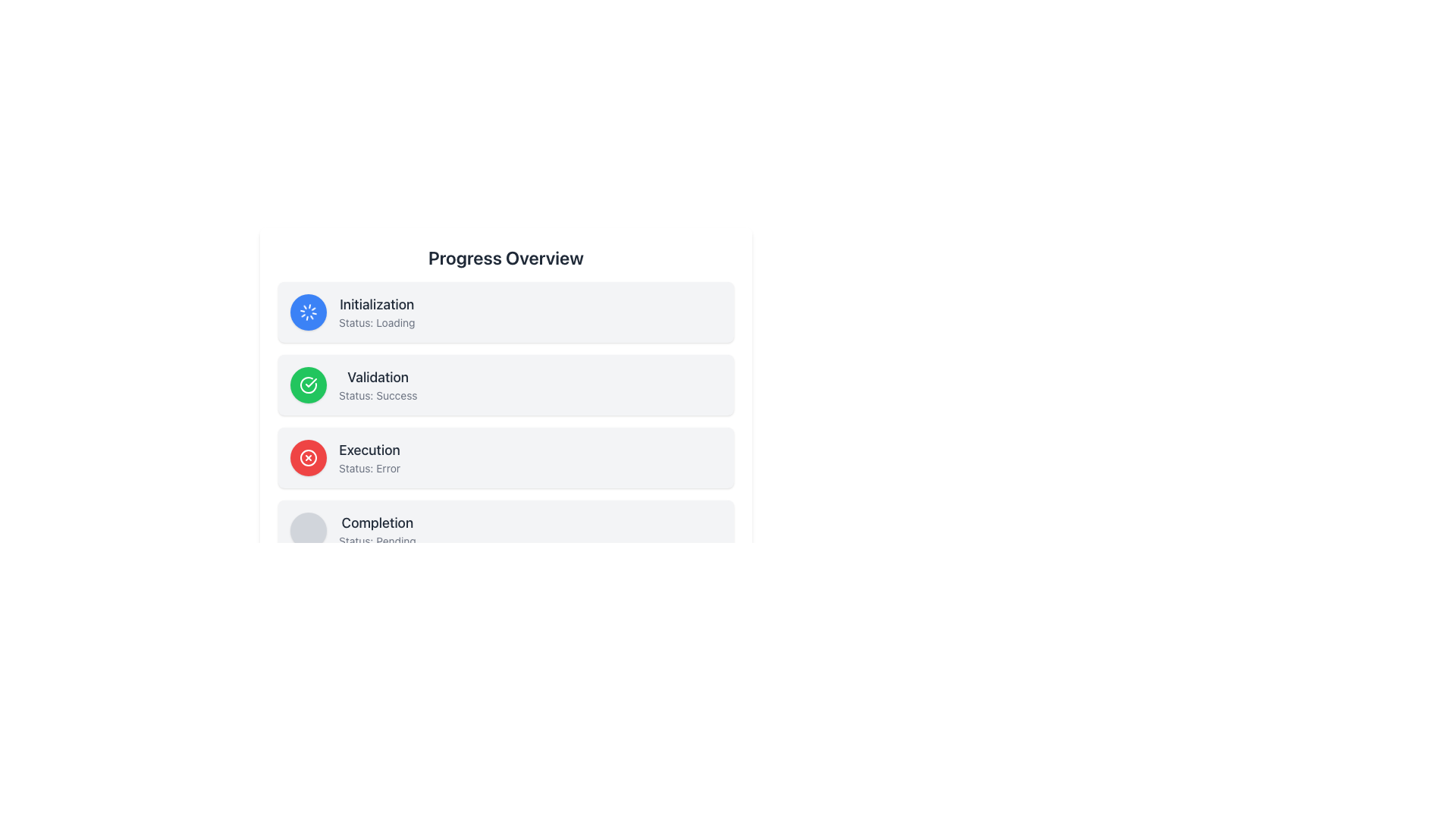 This screenshot has width=1456, height=819. Describe the element at coordinates (308, 529) in the screenshot. I see `the circular gray button located to the left of the 'Completion' section, which is part of the progress steps list, to perform a contextual action if supported` at that location.